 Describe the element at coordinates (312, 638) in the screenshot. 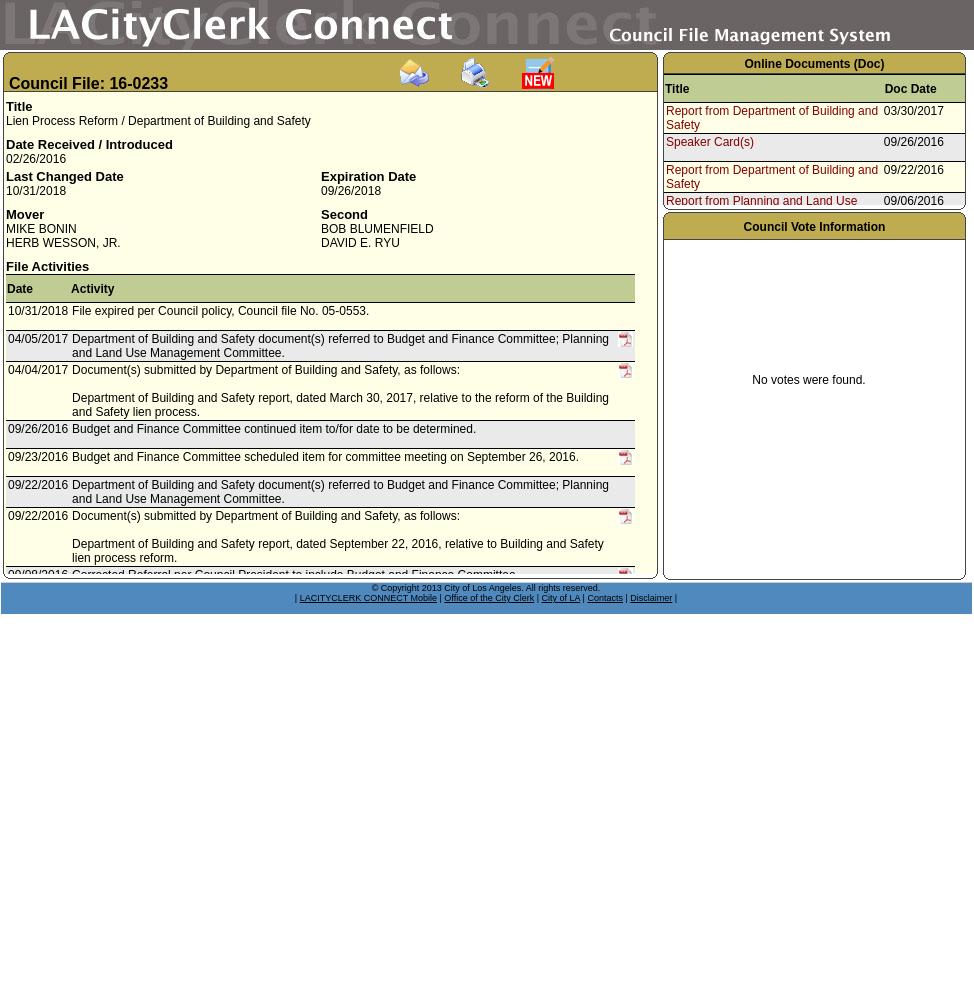

I see `'Planning and Land Use Management Committee scheduled item for committee meeting on September 6, 2016.'` at that location.